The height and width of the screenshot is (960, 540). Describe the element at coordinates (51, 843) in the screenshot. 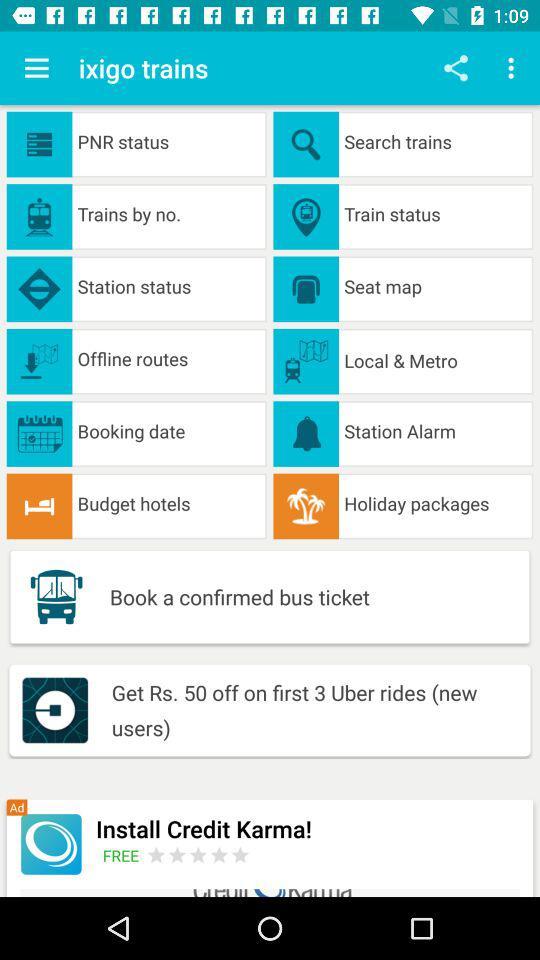

I see `advertisement icon` at that location.